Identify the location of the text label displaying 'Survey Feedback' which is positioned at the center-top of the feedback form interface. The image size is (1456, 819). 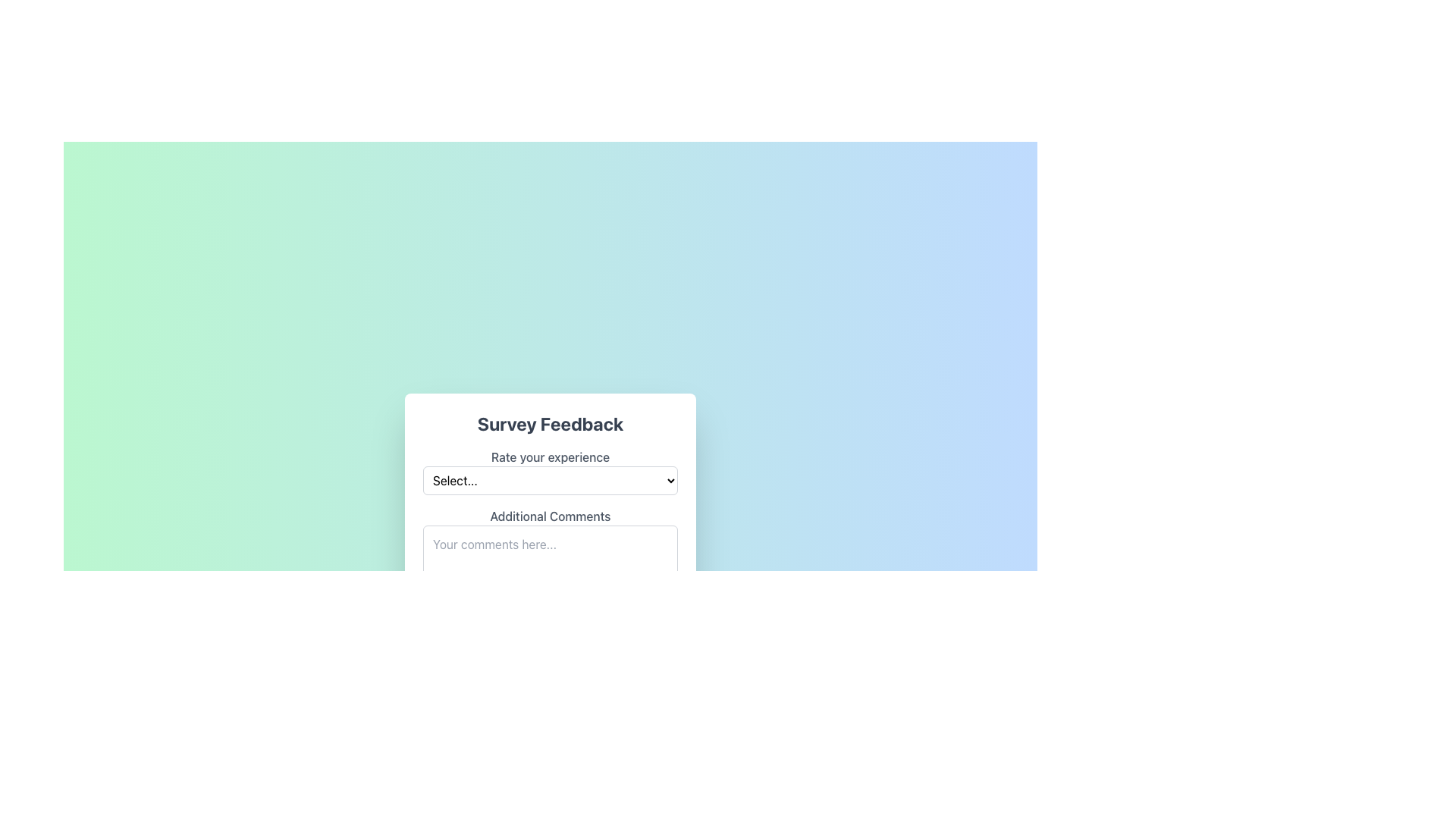
(549, 424).